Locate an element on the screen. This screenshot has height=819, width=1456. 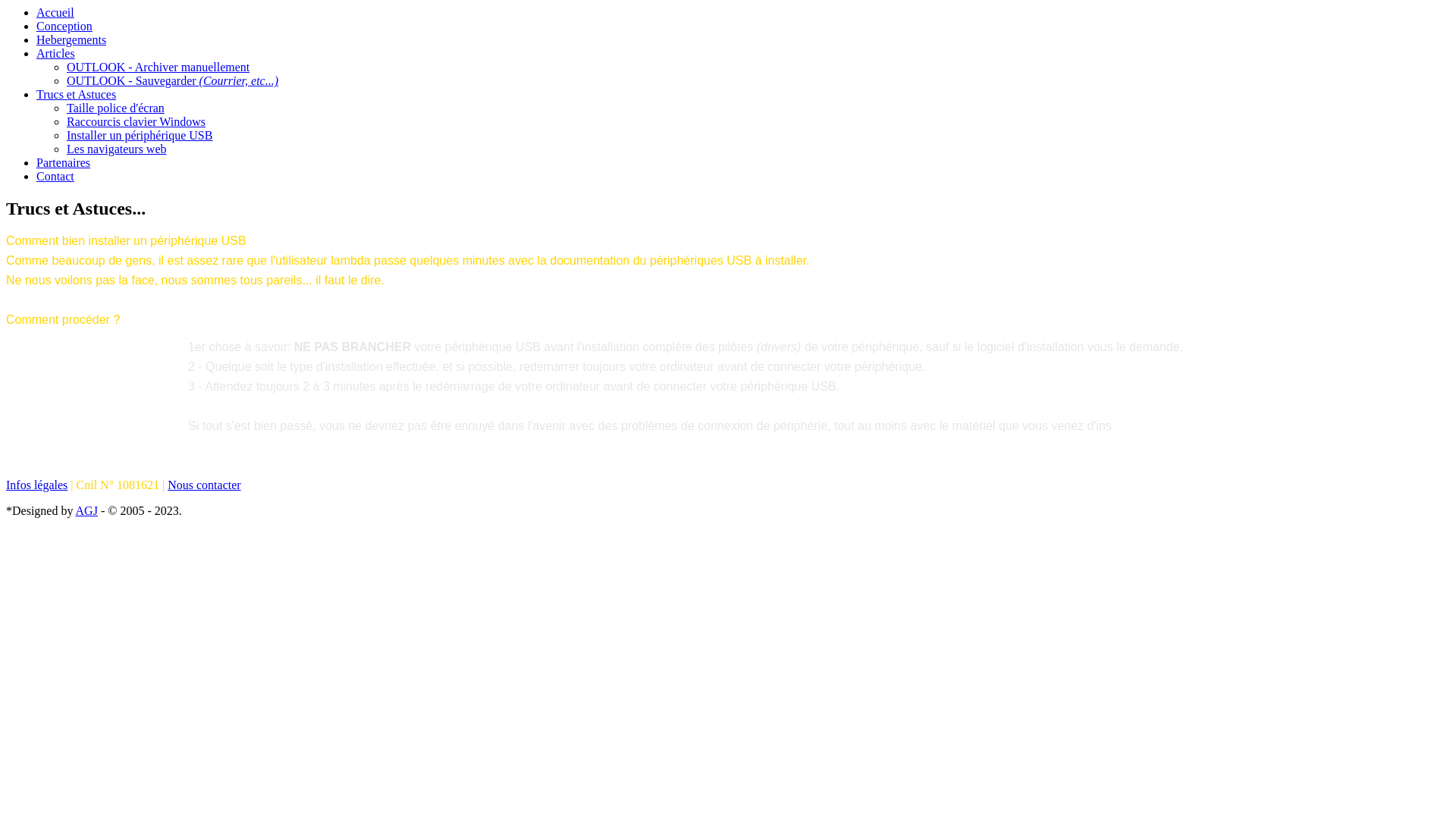
'Les navigateurs web' is located at coordinates (115, 149).